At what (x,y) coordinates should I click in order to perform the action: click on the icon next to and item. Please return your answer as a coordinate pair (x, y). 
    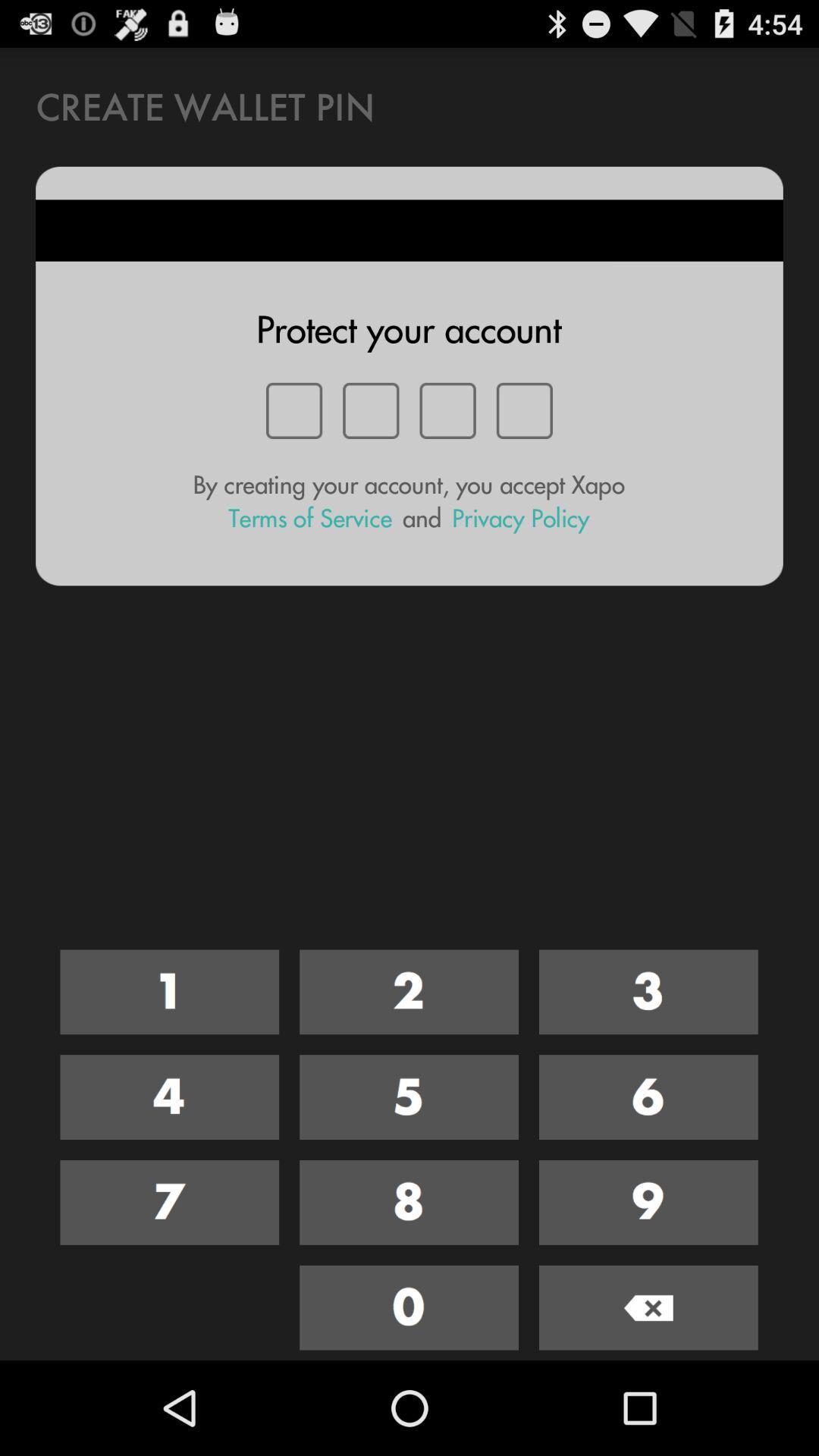
    Looking at the image, I should click on (519, 518).